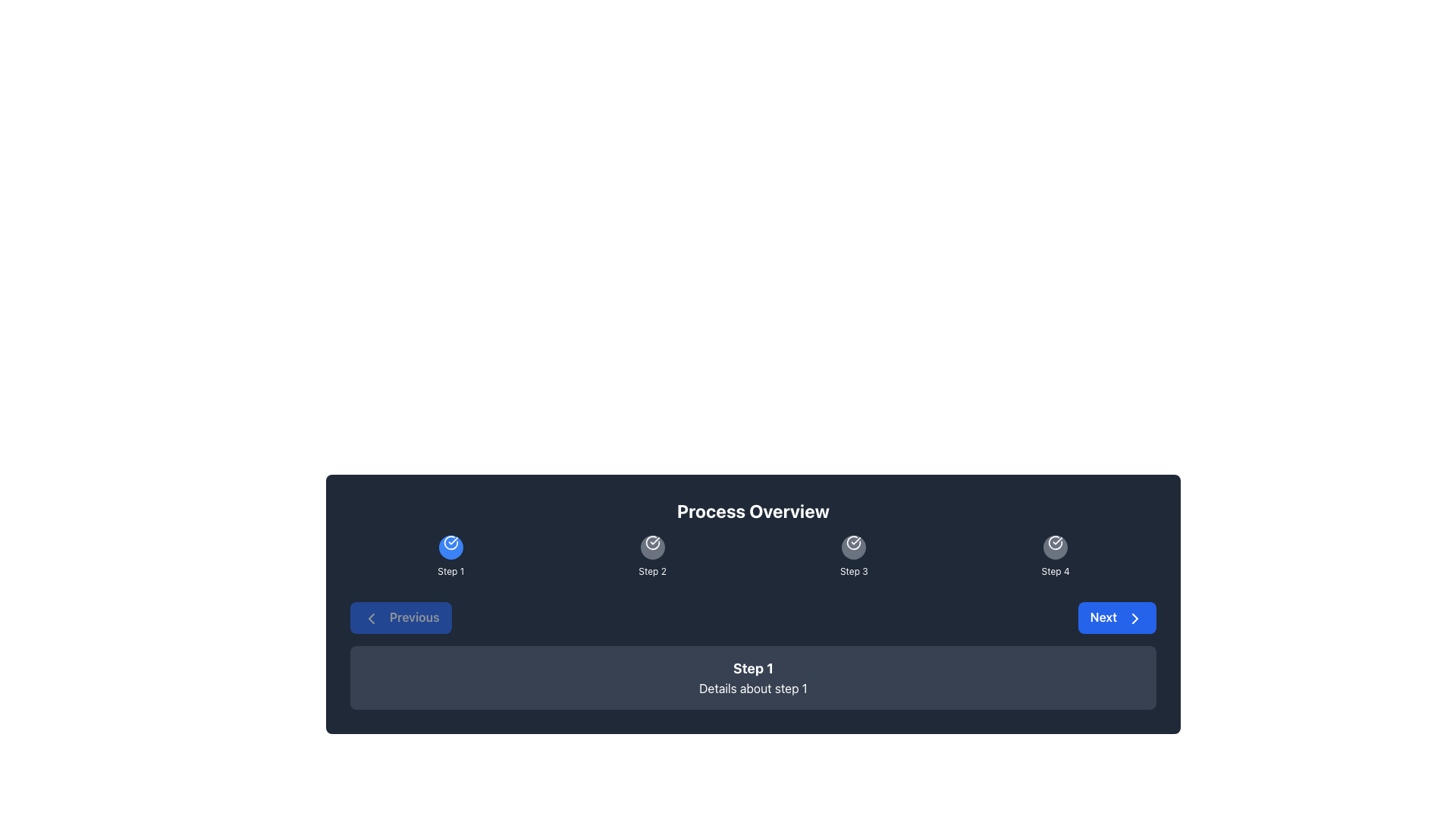  What do you see at coordinates (1055, 556) in the screenshot?
I see `the fourth step indicator in the progress step sequence, which features a check mark icon, to indicate its completion status` at bounding box center [1055, 556].